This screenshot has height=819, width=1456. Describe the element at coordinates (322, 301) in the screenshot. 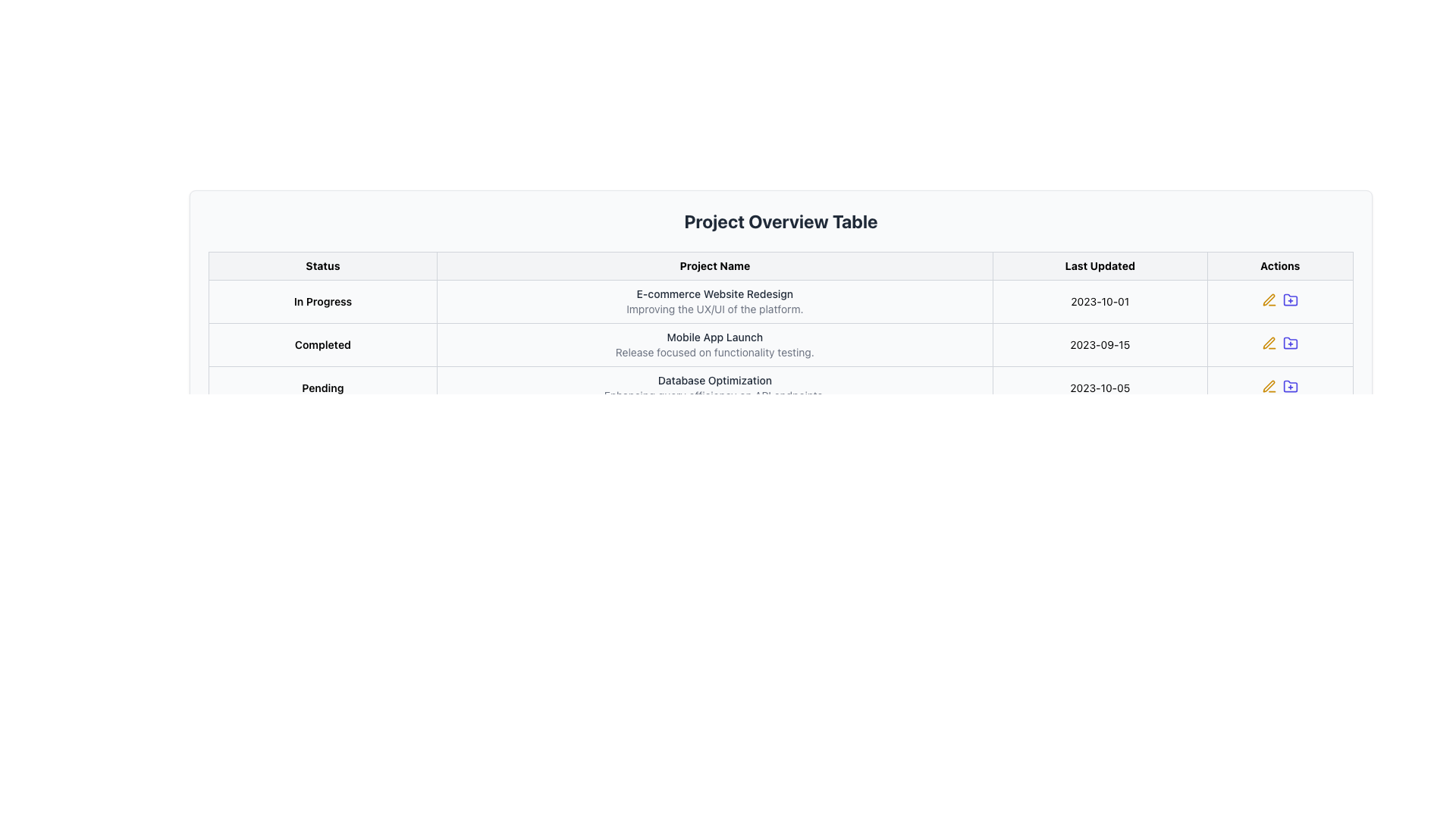

I see `the 'In Progress' label, which is a pill-shaped label with bold blue text on a light blue background, located in the first column under the 'Status' header of the 'Project Overview Table'` at that location.